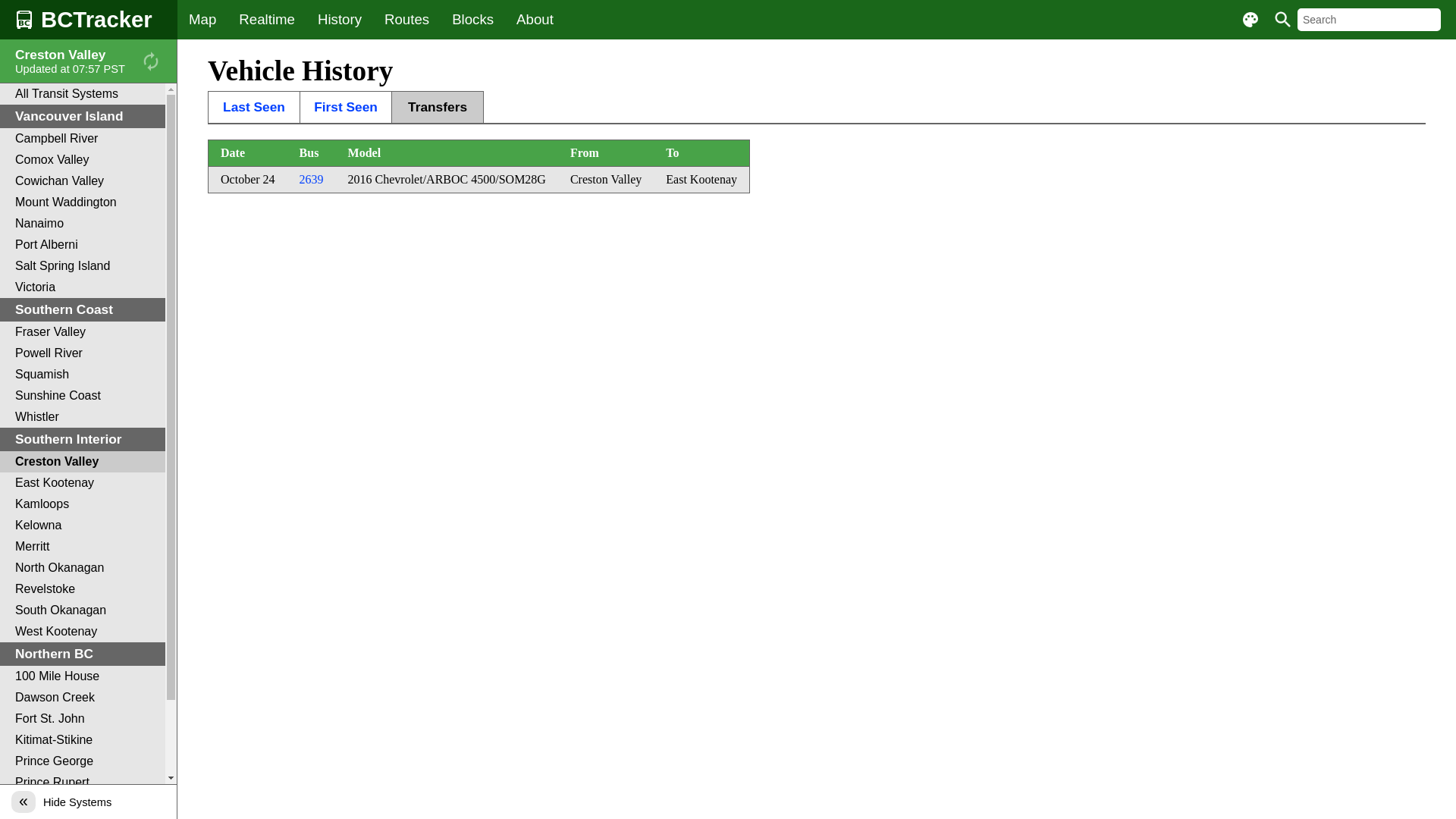  Describe the element at coordinates (0, 374) in the screenshot. I see `'Squamish'` at that location.